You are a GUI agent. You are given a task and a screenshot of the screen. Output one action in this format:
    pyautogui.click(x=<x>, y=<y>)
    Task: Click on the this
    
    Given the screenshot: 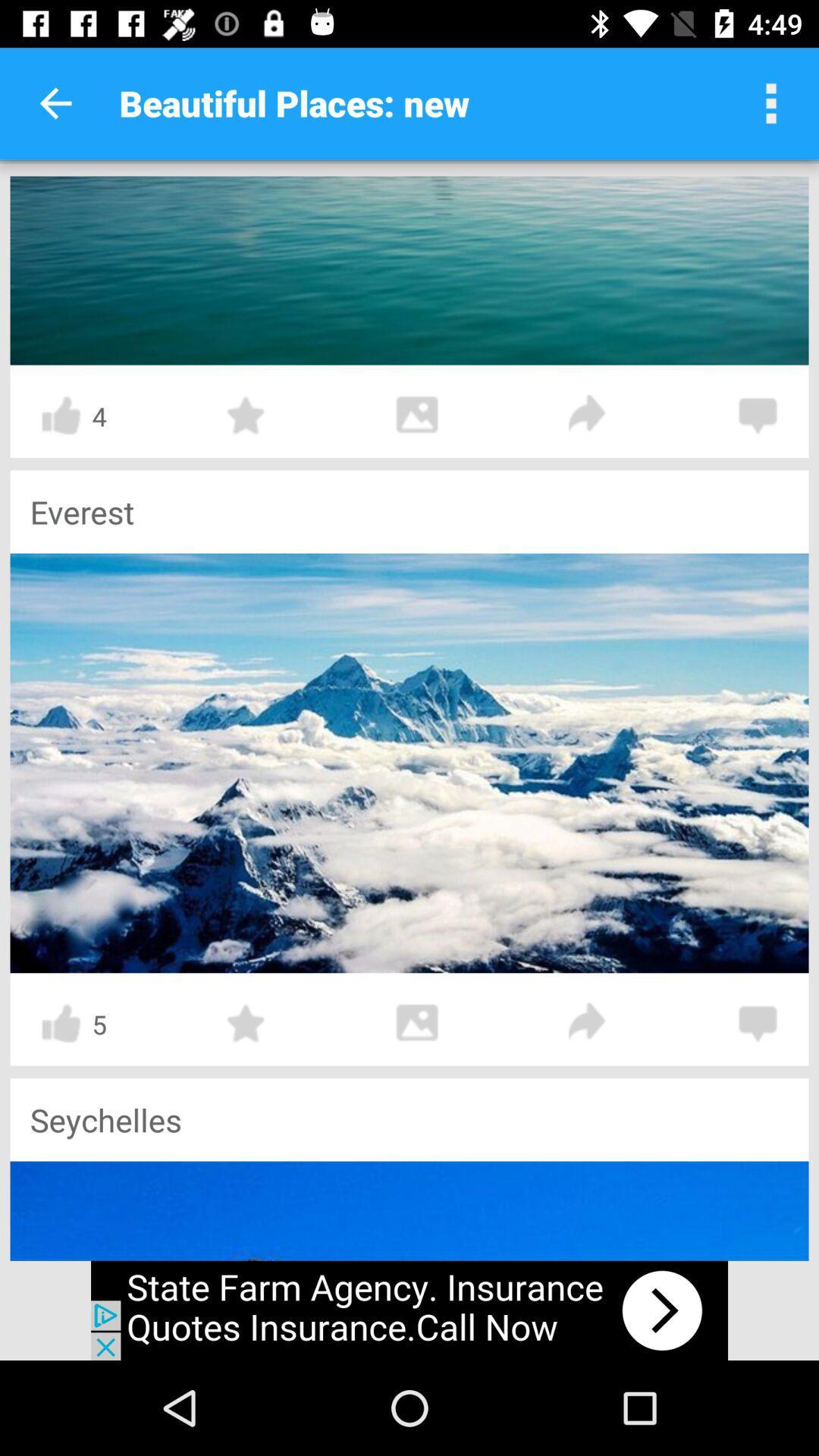 What is the action you would take?
    pyautogui.click(x=246, y=1023)
    